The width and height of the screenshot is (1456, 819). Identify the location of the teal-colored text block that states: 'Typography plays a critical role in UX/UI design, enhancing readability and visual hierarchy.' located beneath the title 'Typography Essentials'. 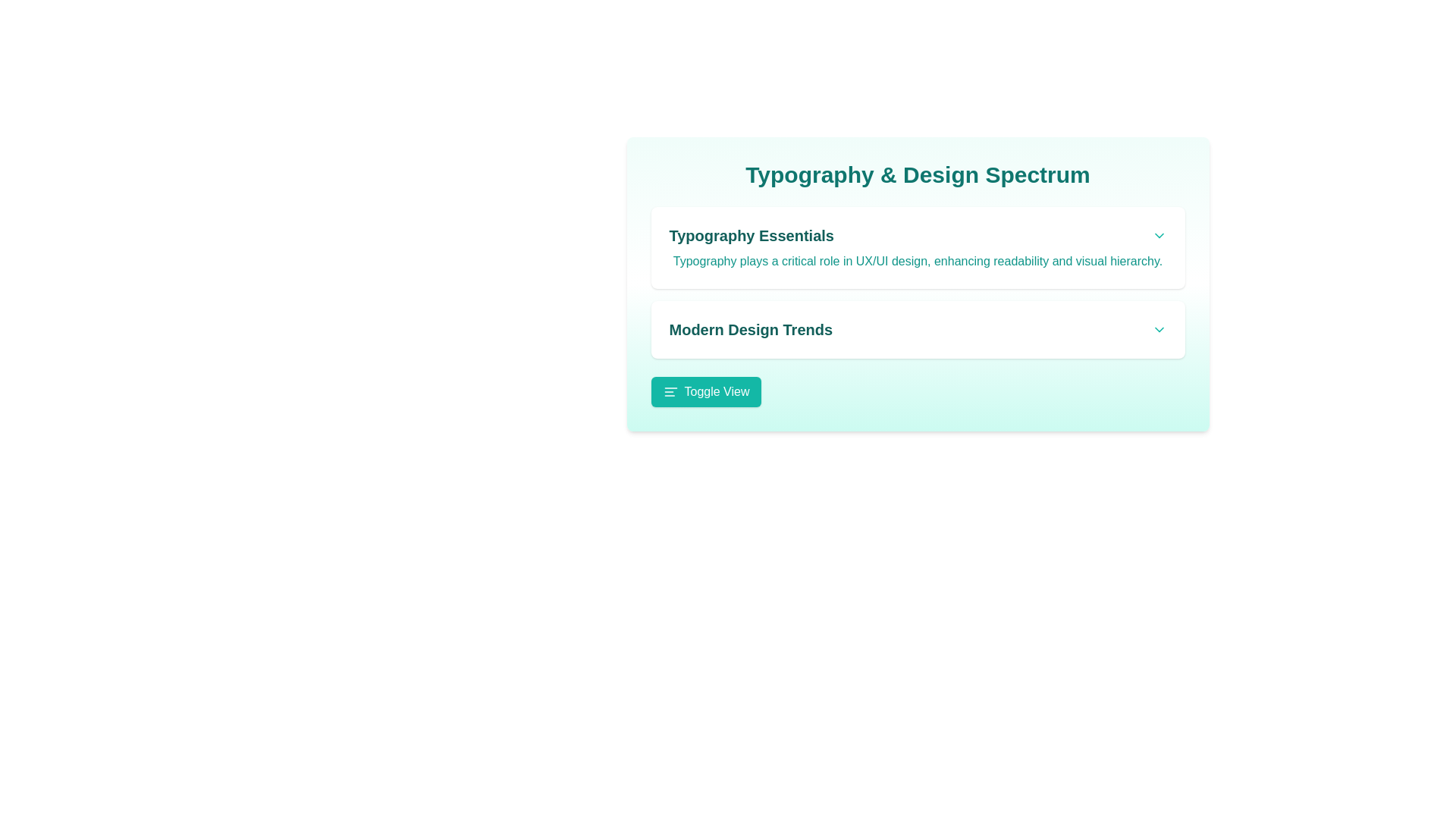
(917, 260).